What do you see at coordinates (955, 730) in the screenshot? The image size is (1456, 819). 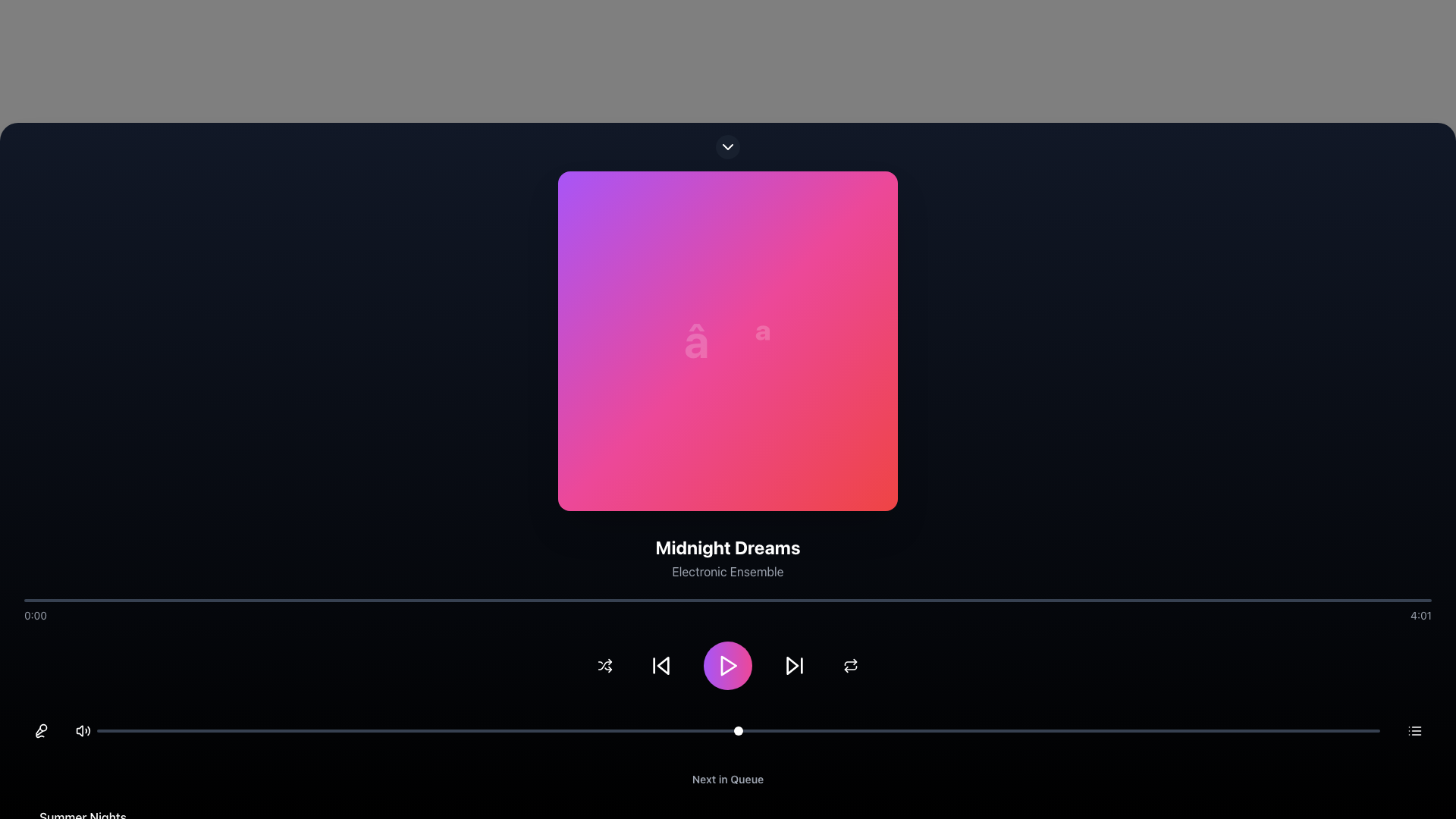 I see `the slider value` at bounding box center [955, 730].